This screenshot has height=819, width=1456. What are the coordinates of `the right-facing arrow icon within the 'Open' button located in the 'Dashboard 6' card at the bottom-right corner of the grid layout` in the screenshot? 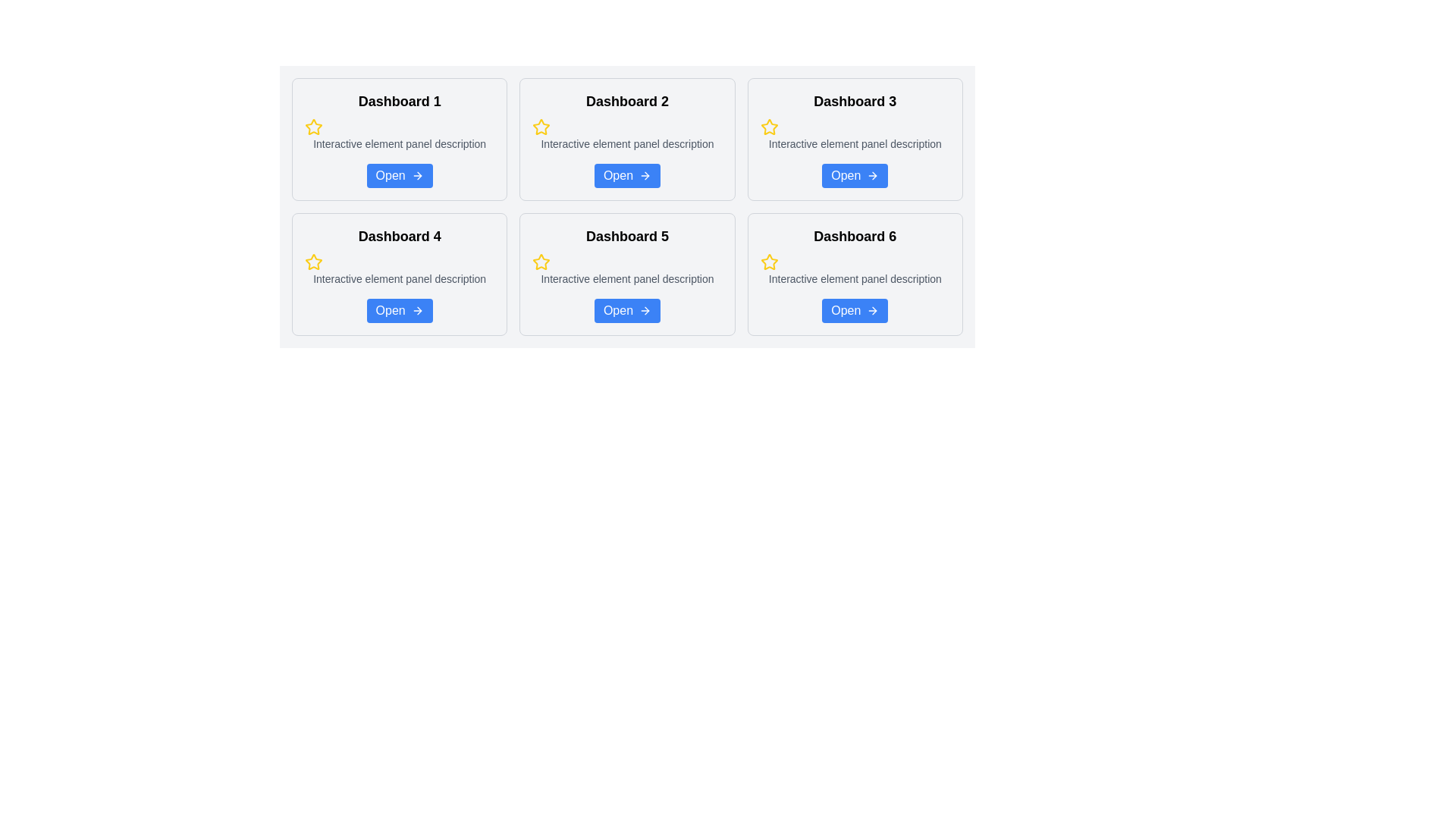 It's located at (874, 309).